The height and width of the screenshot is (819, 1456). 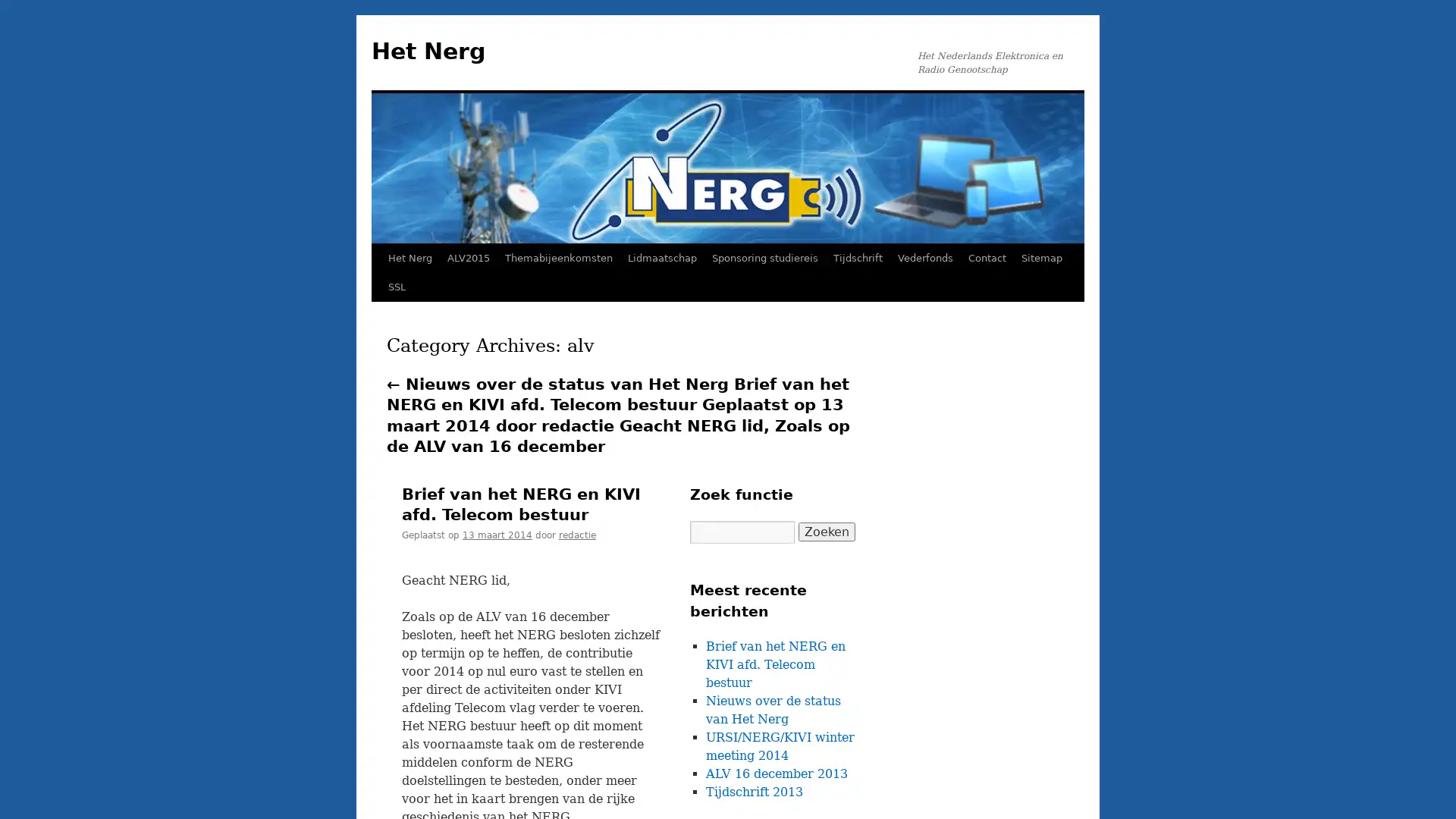 What do you see at coordinates (826, 531) in the screenshot?
I see `Zoeken` at bounding box center [826, 531].